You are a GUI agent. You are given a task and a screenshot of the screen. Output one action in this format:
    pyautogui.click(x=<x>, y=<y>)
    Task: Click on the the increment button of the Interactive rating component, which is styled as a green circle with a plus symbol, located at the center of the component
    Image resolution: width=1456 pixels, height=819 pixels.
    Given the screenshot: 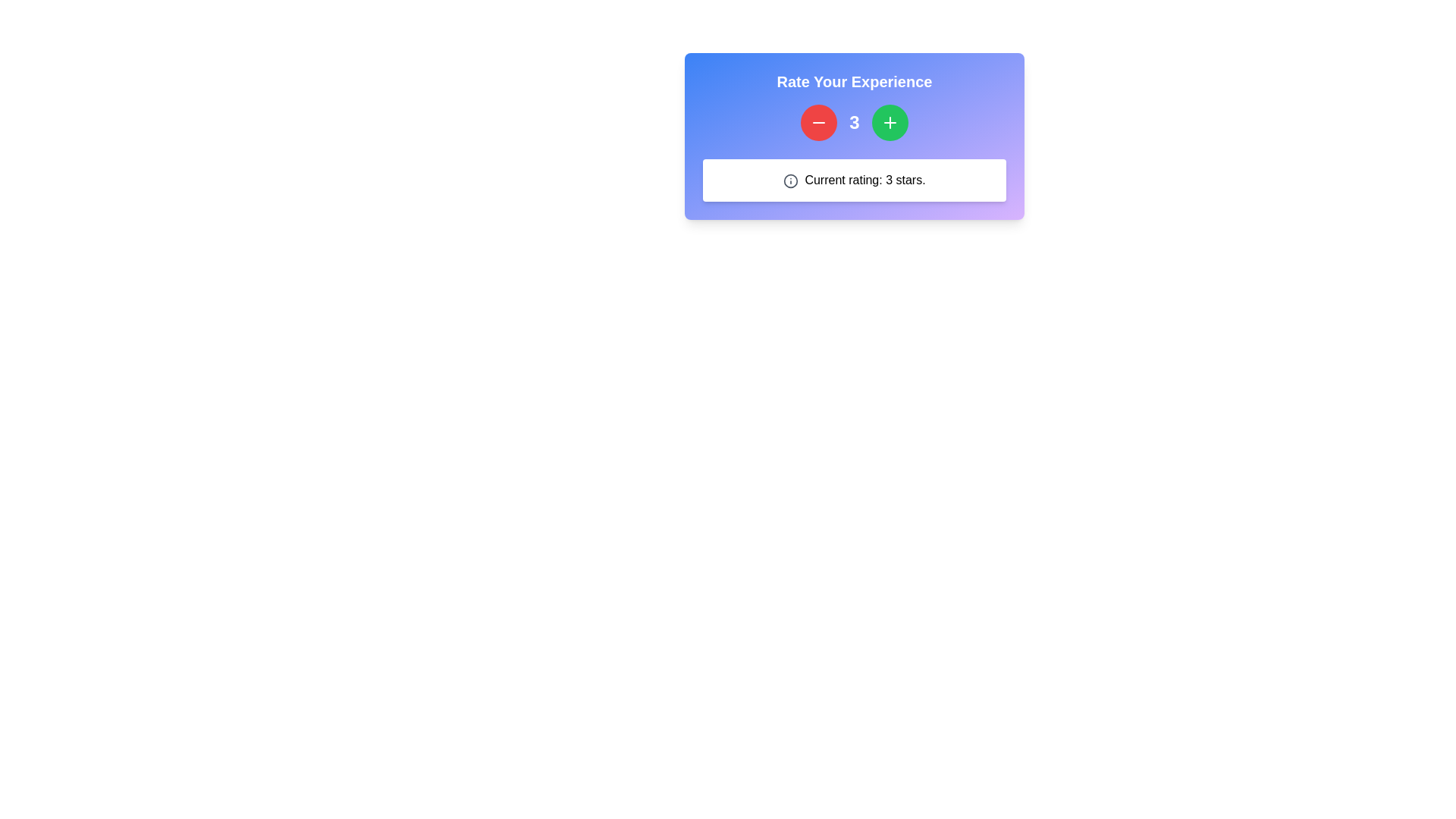 What is the action you would take?
    pyautogui.click(x=855, y=136)
    